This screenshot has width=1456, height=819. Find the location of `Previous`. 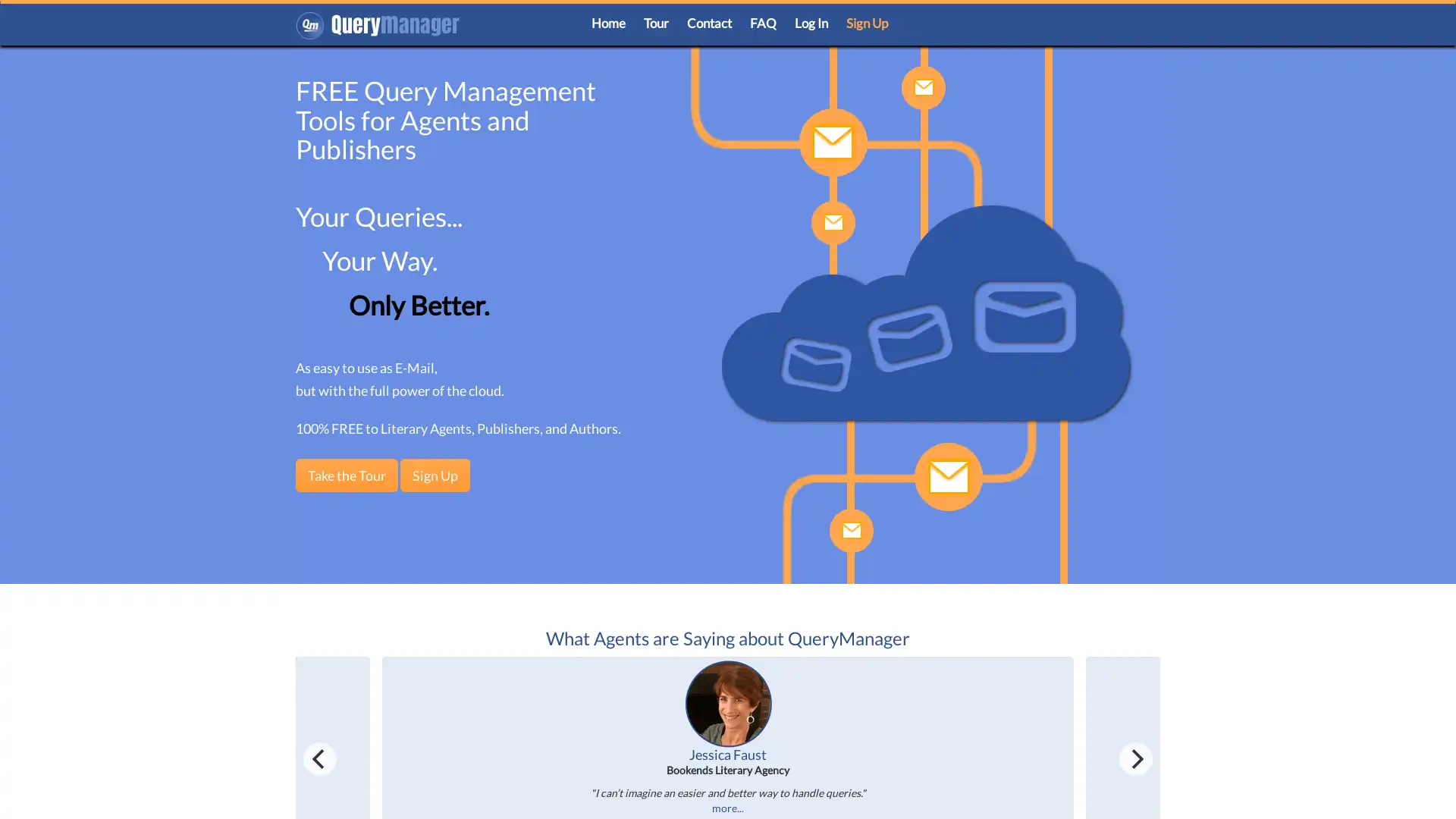

Previous is located at coordinates (319, 758).